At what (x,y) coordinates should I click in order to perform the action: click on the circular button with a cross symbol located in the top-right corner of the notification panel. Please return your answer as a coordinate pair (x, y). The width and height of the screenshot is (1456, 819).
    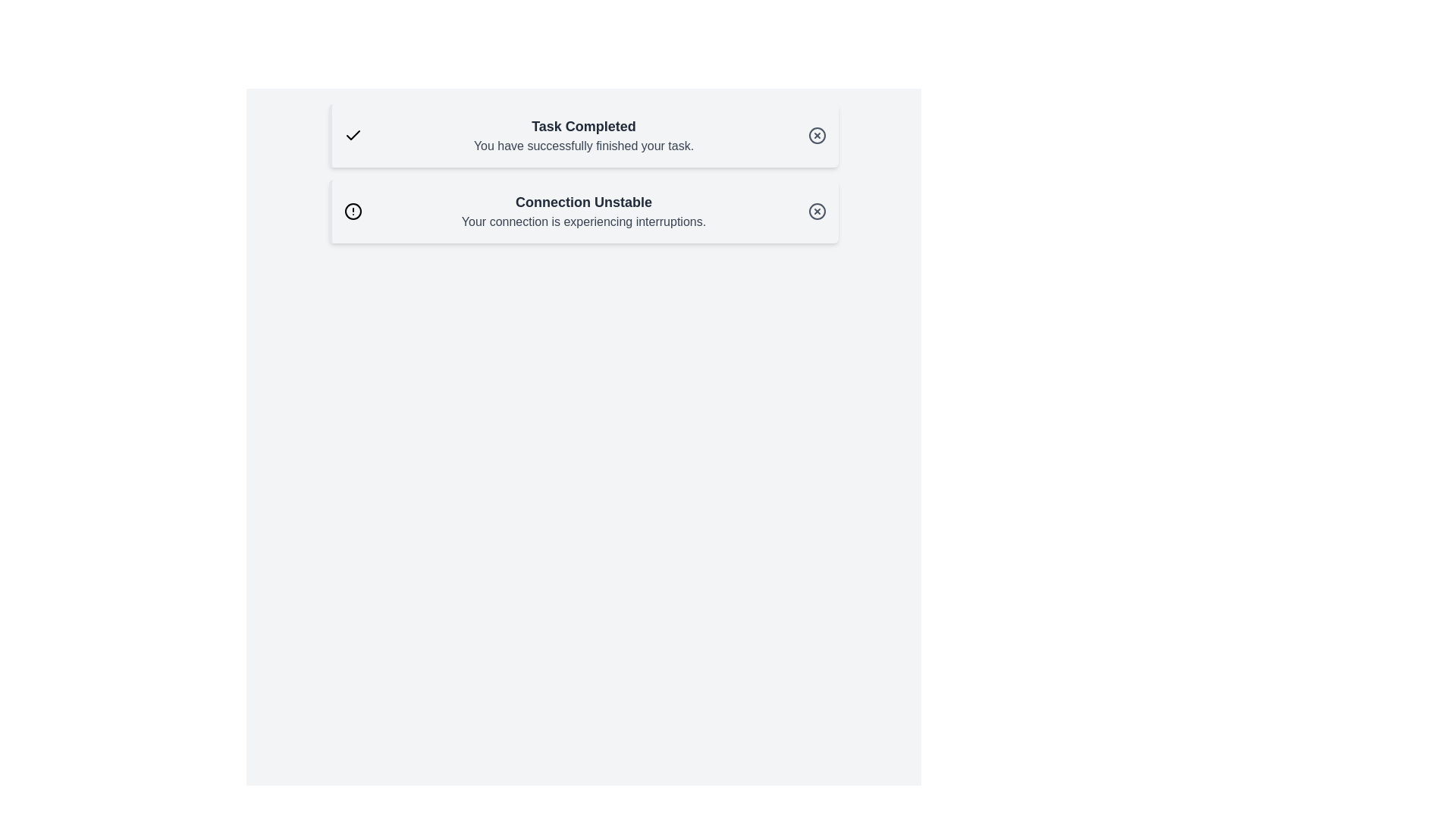
    Looking at the image, I should click on (817, 134).